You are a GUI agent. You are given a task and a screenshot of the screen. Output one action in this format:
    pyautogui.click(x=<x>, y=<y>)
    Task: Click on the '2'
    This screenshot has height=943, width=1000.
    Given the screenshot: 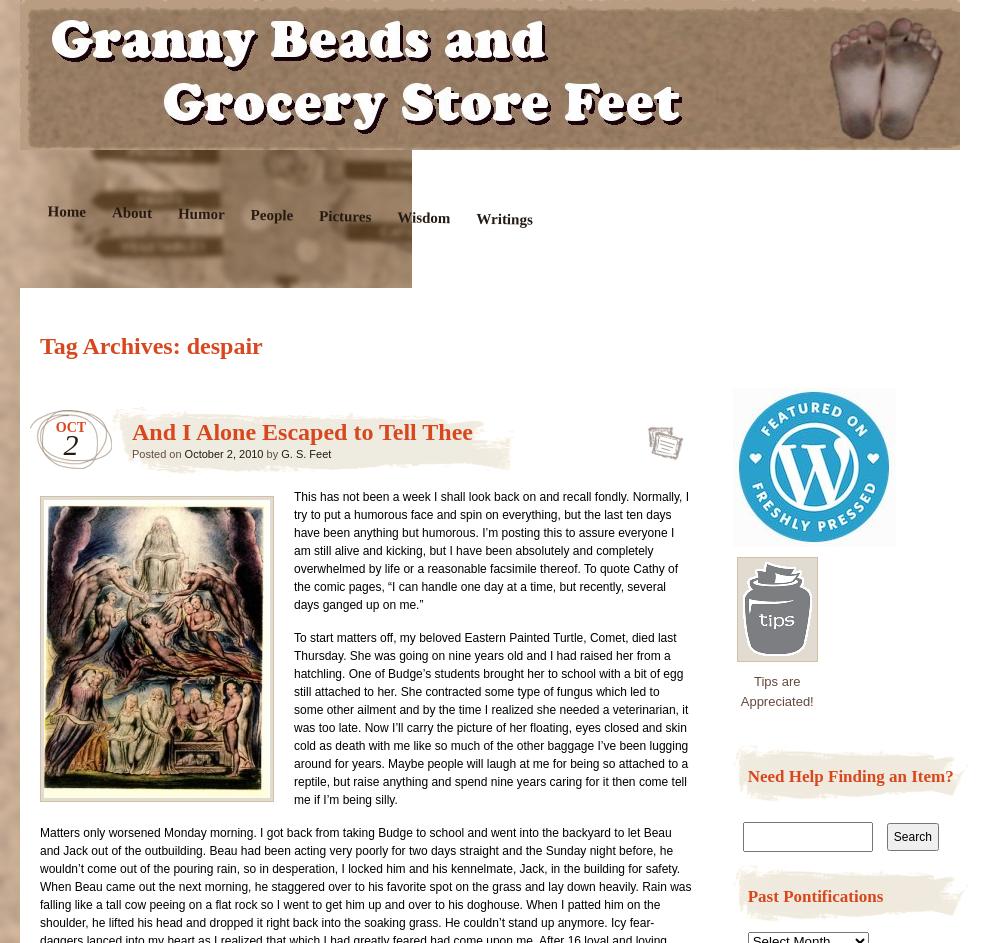 What is the action you would take?
    pyautogui.click(x=62, y=444)
    